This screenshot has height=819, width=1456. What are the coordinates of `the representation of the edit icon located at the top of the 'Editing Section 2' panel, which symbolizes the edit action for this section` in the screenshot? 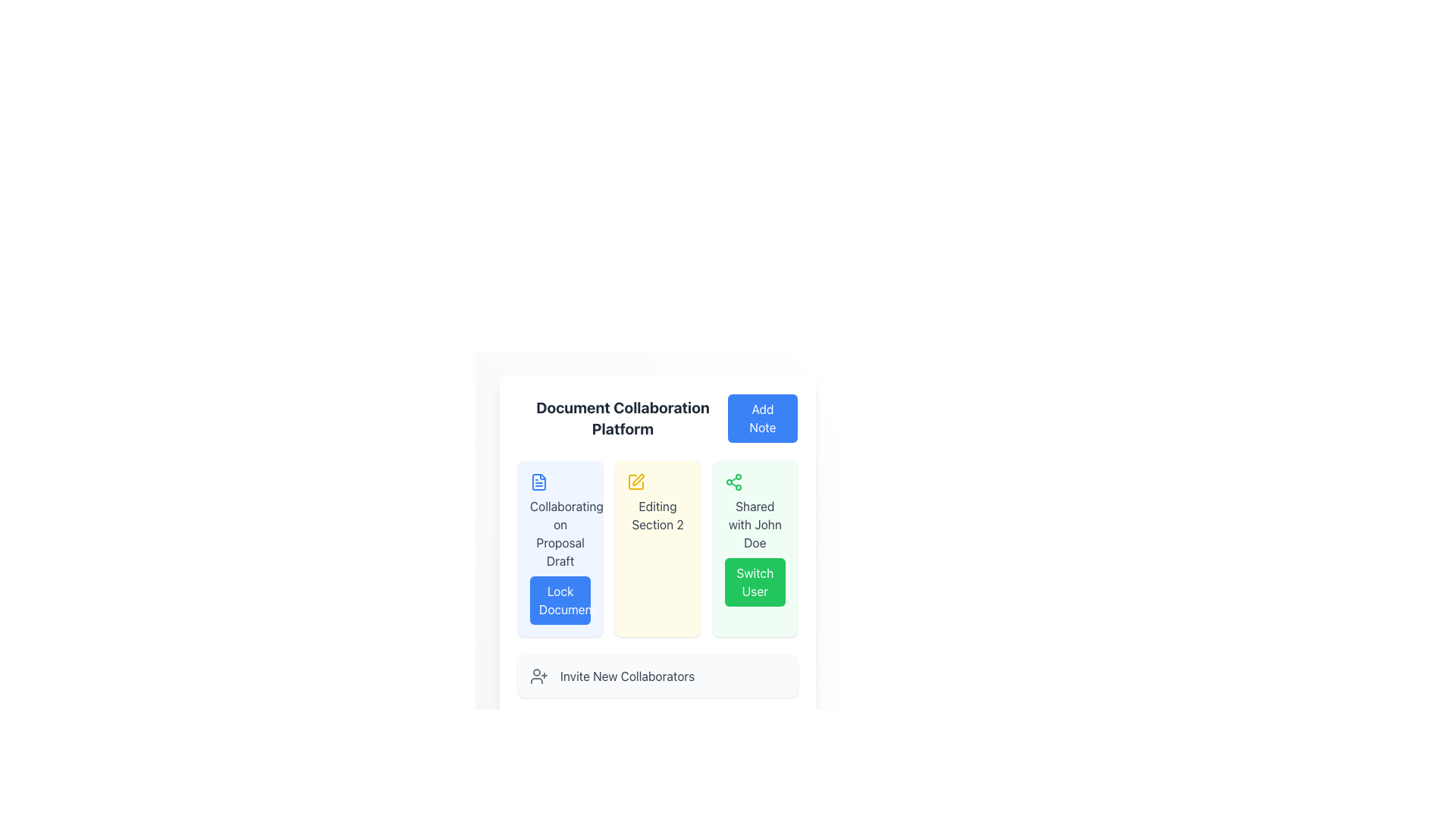 It's located at (636, 482).